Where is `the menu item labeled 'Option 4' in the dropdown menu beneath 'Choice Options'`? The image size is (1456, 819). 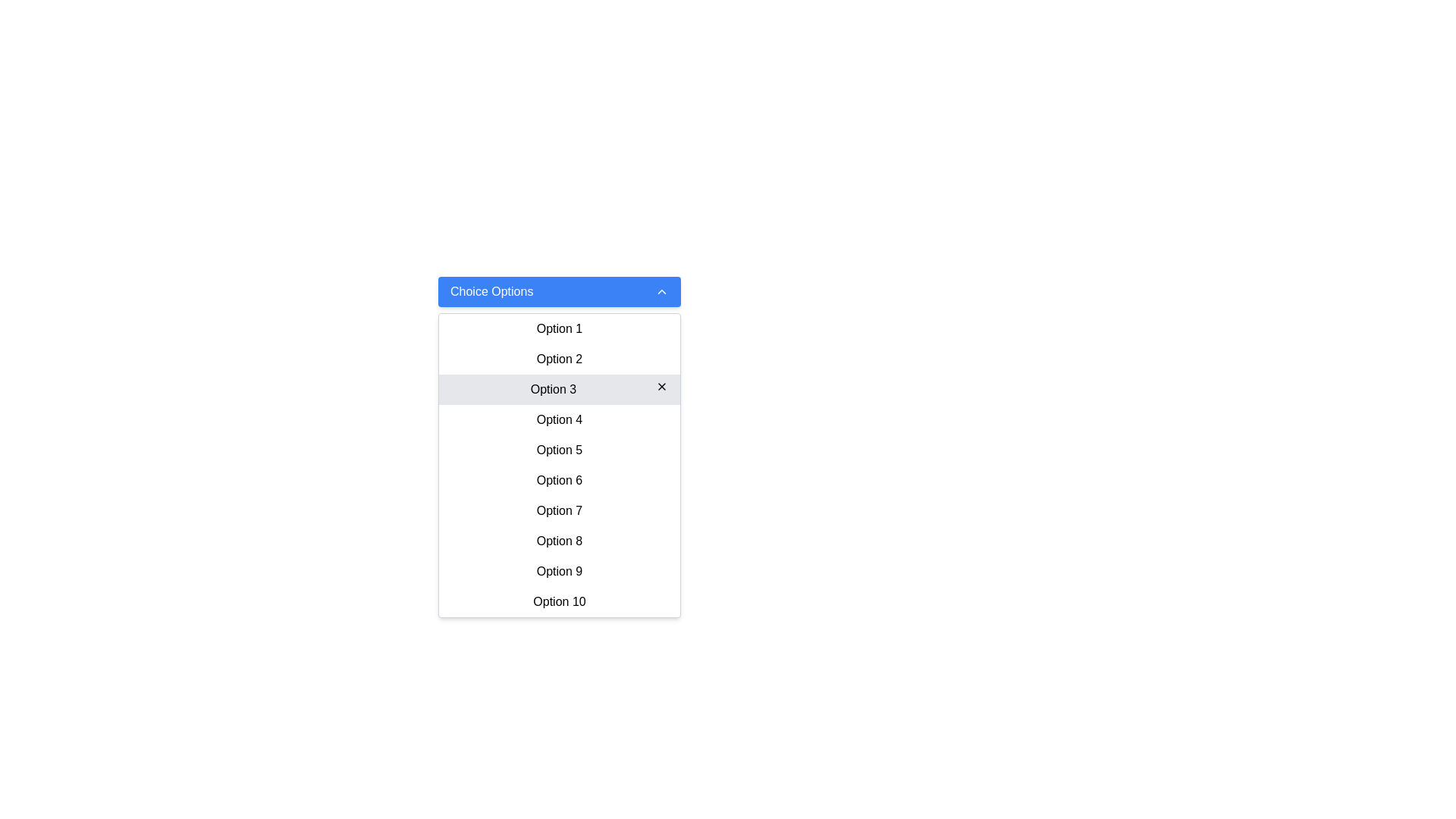 the menu item labeled 'Option 4' in the dropdown menu beneath 'Choice Options' is located at coordinates (559, 420).